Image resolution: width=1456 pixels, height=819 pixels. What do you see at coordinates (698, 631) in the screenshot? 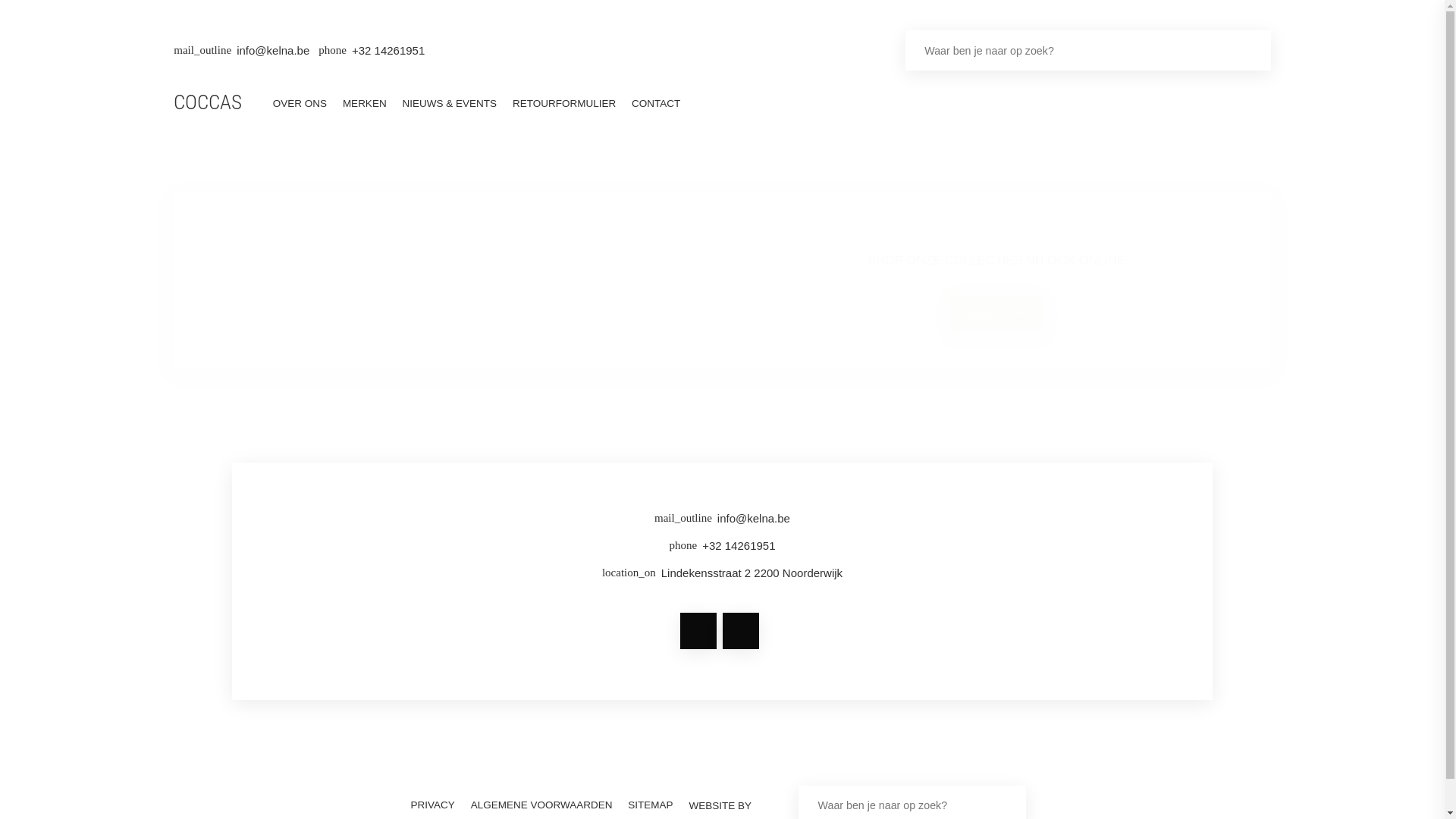
I see `'COCCAS Facebook'` at bounding box center [698, 631].